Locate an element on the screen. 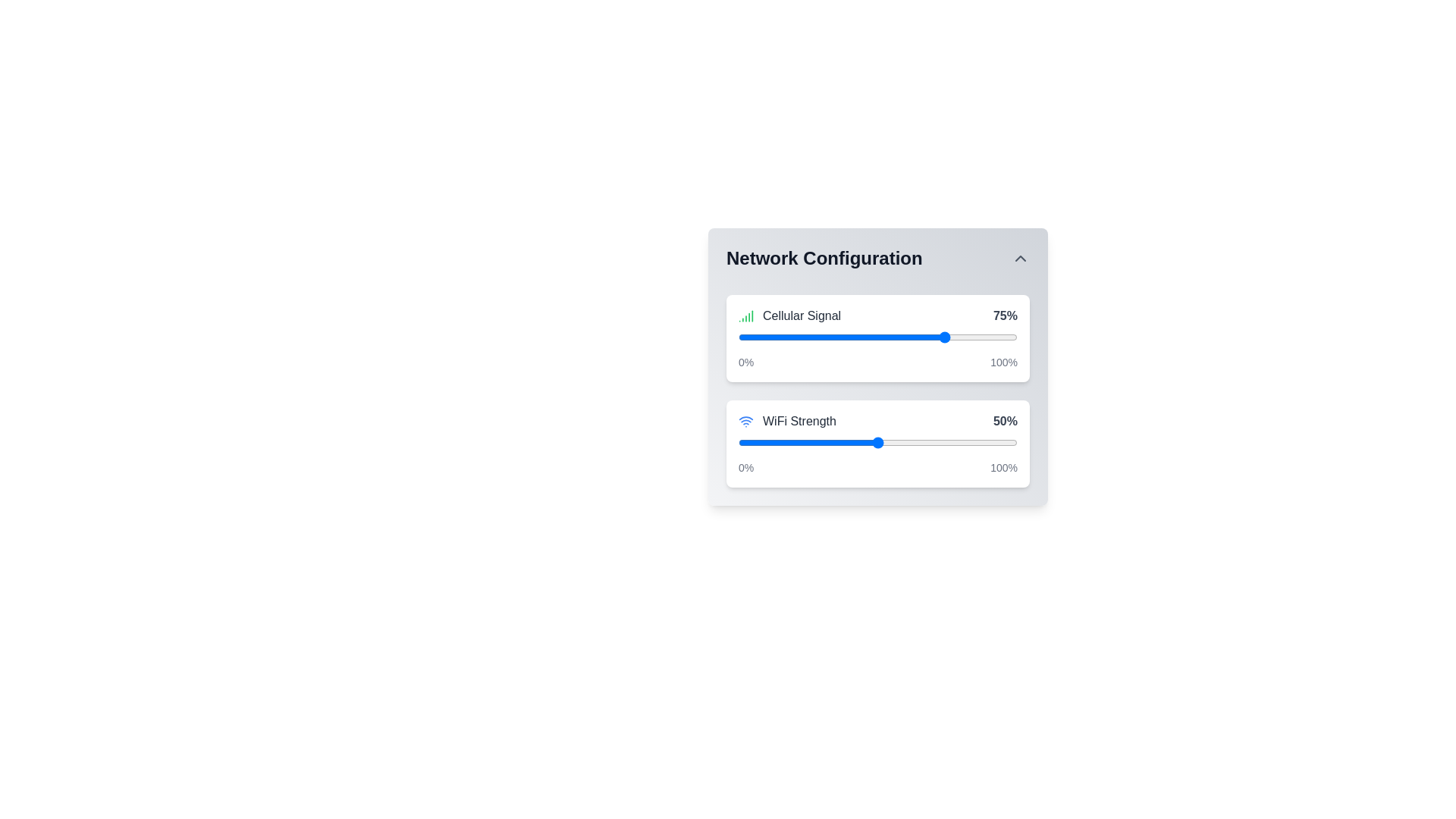  the Cellular Signal strength is located at coordinates (916, 336).